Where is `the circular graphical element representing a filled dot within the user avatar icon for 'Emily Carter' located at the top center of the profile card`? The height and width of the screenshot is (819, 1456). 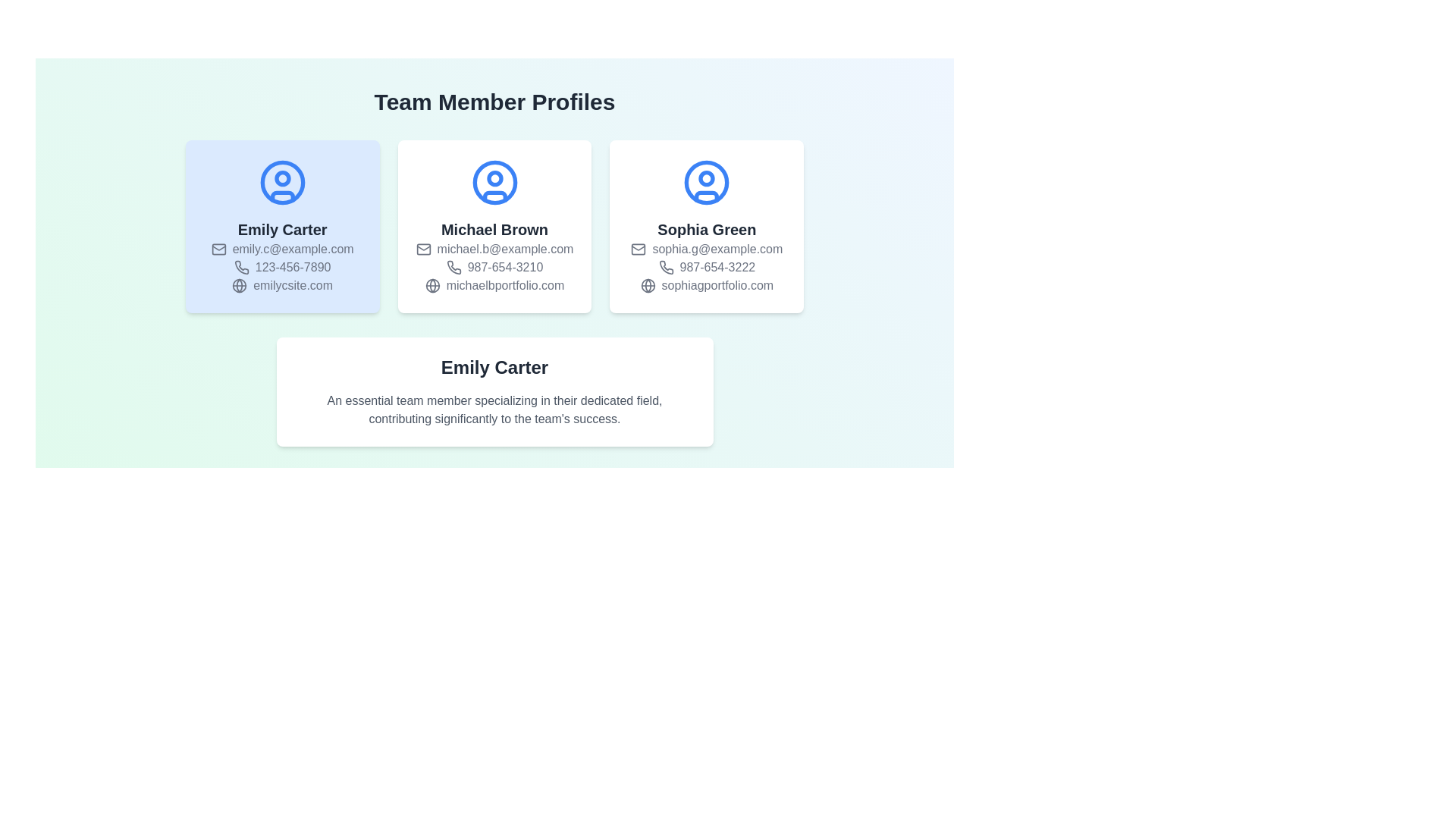 the circular graphical element representing a filled dot within the user avatar icon for 'Emily Carter' located at the top center of the profile card is located at coordinates (282, 177).